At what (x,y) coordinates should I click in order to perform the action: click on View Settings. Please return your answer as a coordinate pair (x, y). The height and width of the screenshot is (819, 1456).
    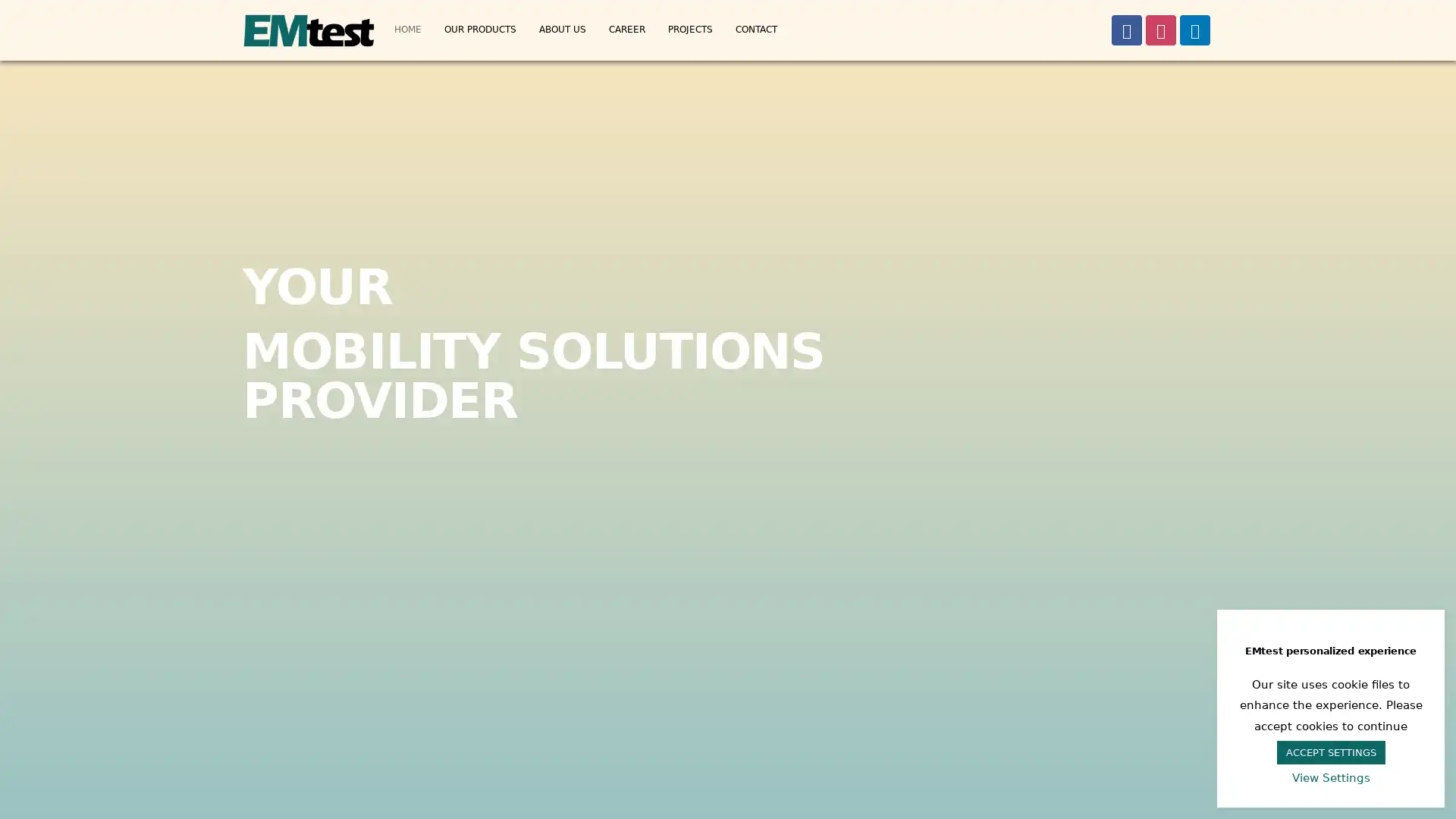
    Looking at the image, I should click on (1329, 778).